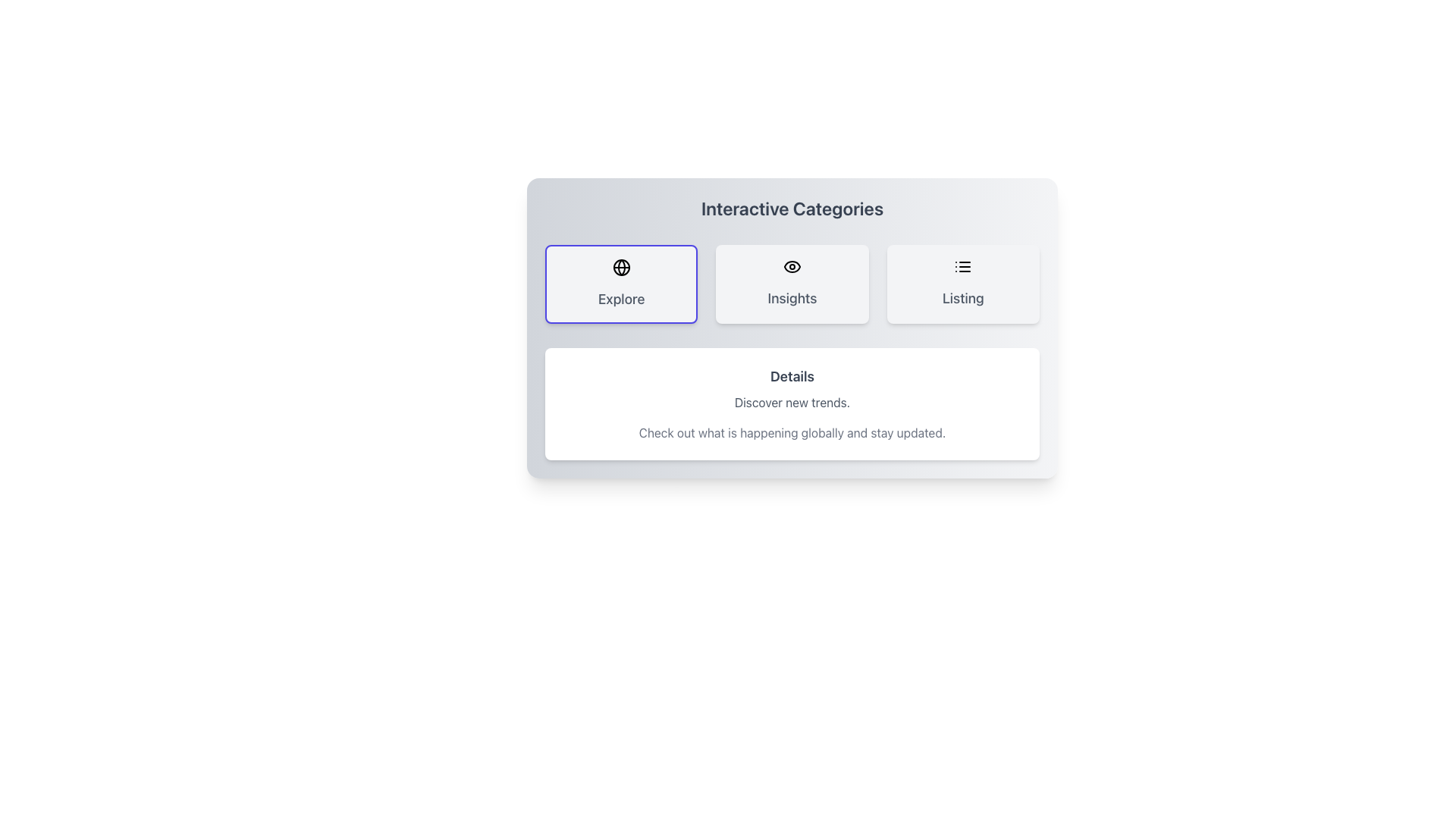  What do you see at coordinates (621, 299) in the screenshot?
I see `text label containing the word 'Explore' which is styled in medium gray font and located below an icon in the leftmost section of a horizontal group of clickable sections` at bounding box center [621, 299].